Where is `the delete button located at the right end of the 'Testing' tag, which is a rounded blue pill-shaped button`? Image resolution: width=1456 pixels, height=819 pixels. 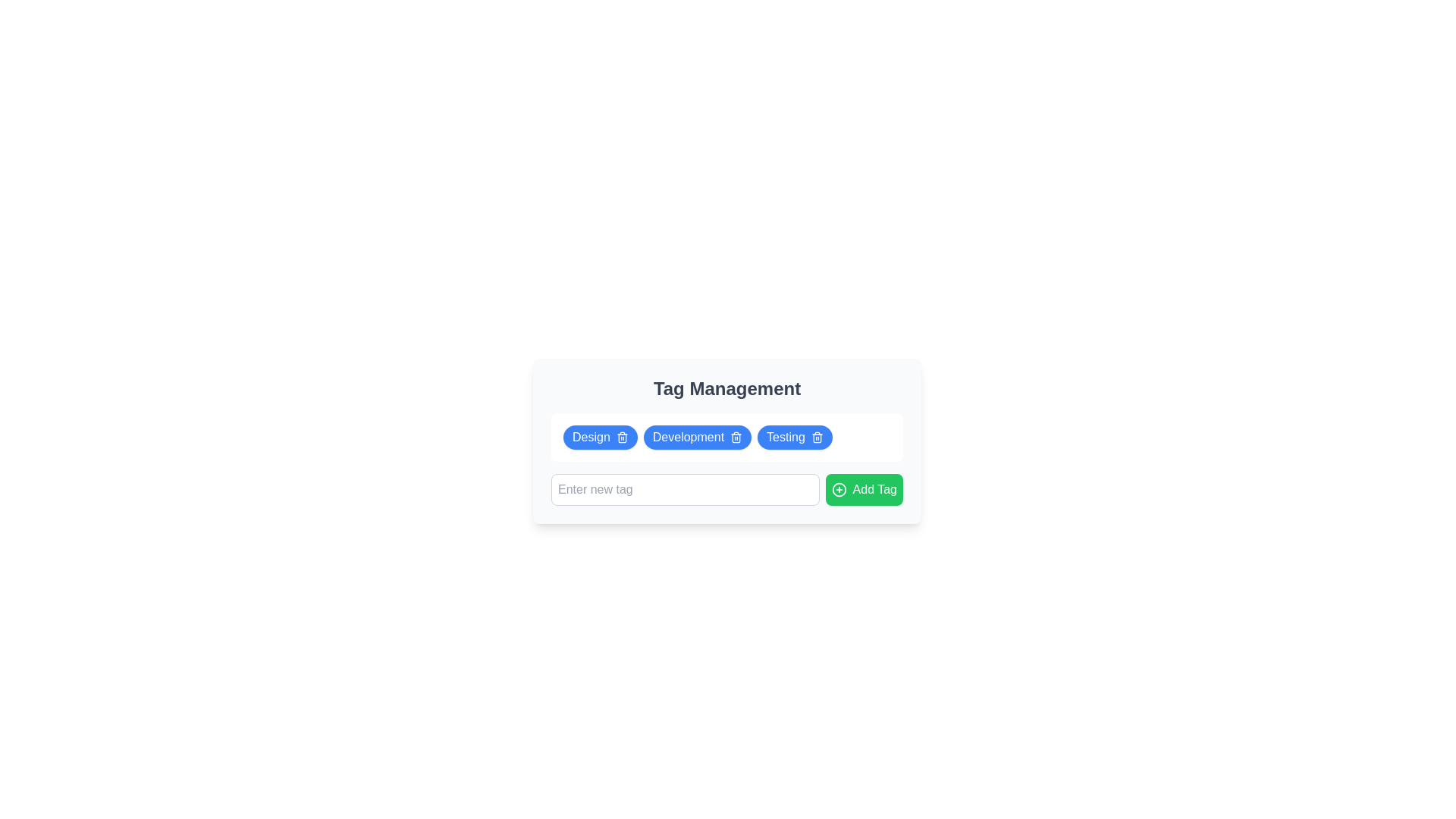 the delete button located at the right end of the 'Testing' tag, which is a rounded blue pill-shaped button is located at coordinates (816, 438).